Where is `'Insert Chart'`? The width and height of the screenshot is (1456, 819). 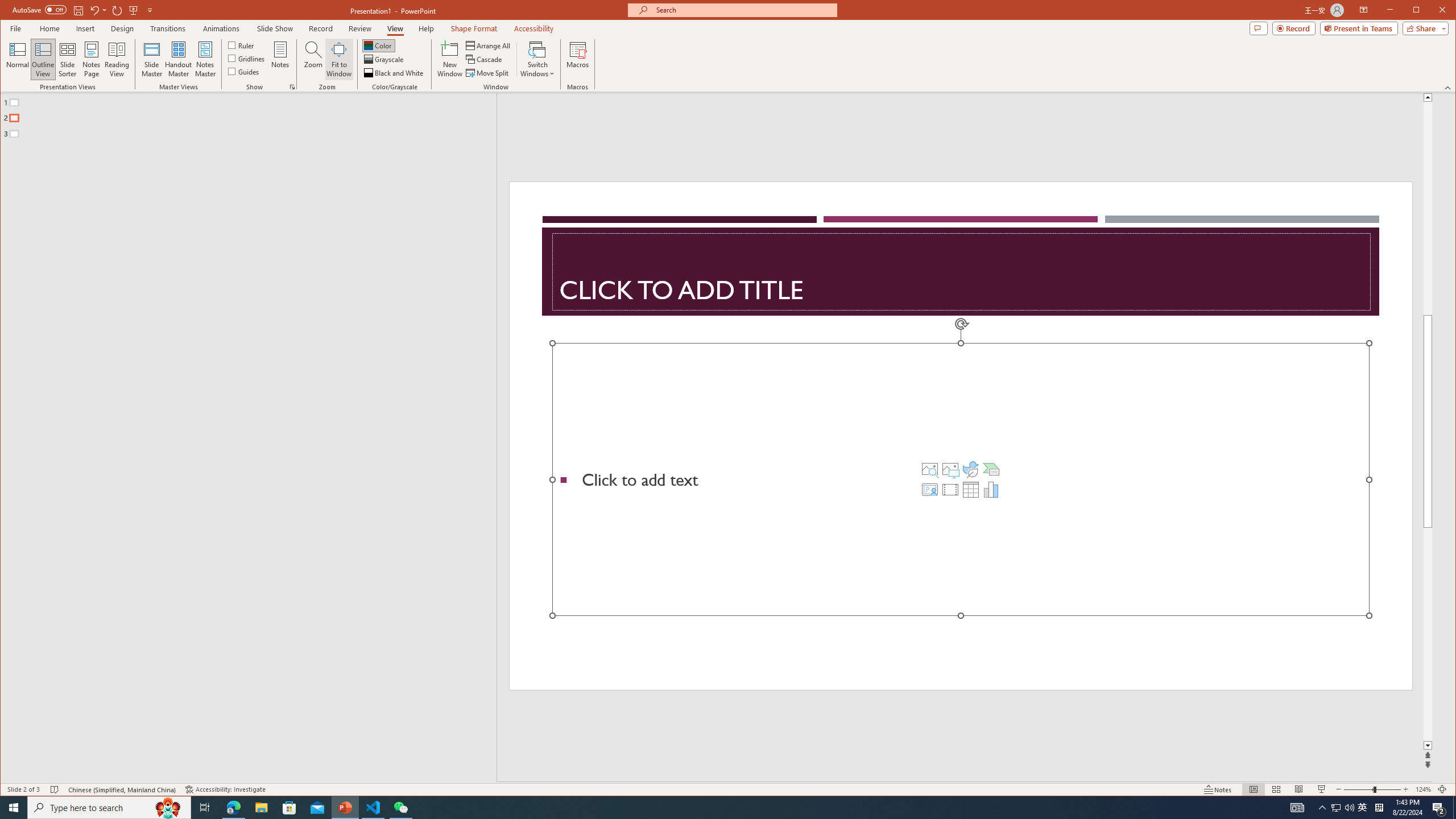
'Insert Chart' is located at coordinates (991, 490).